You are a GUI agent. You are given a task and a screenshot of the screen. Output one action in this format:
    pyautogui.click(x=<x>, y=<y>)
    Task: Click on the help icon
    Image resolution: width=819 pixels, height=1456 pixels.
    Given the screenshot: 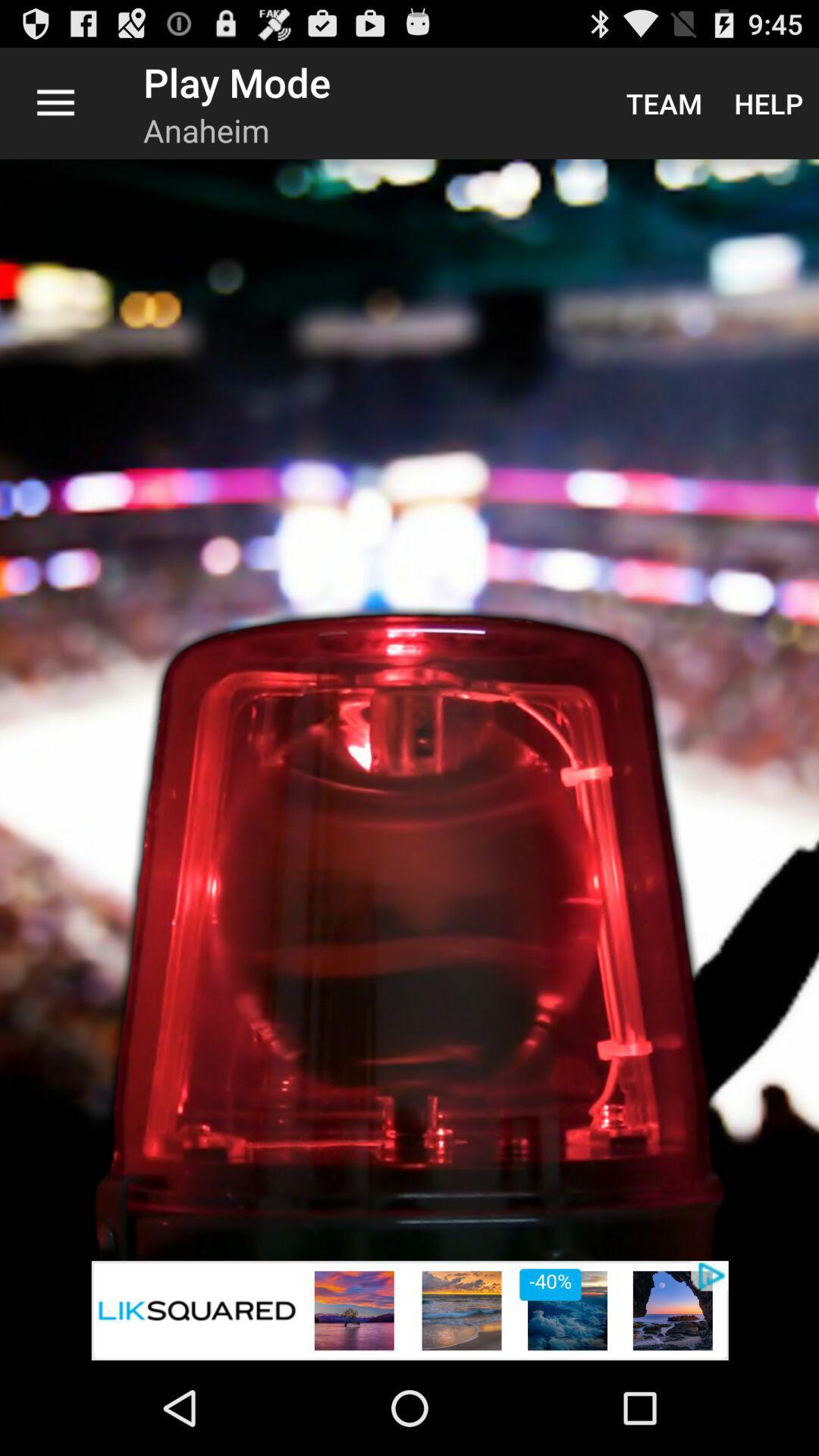 What is the action you would take?
    pyautogui.click(x=768, y=102)
    